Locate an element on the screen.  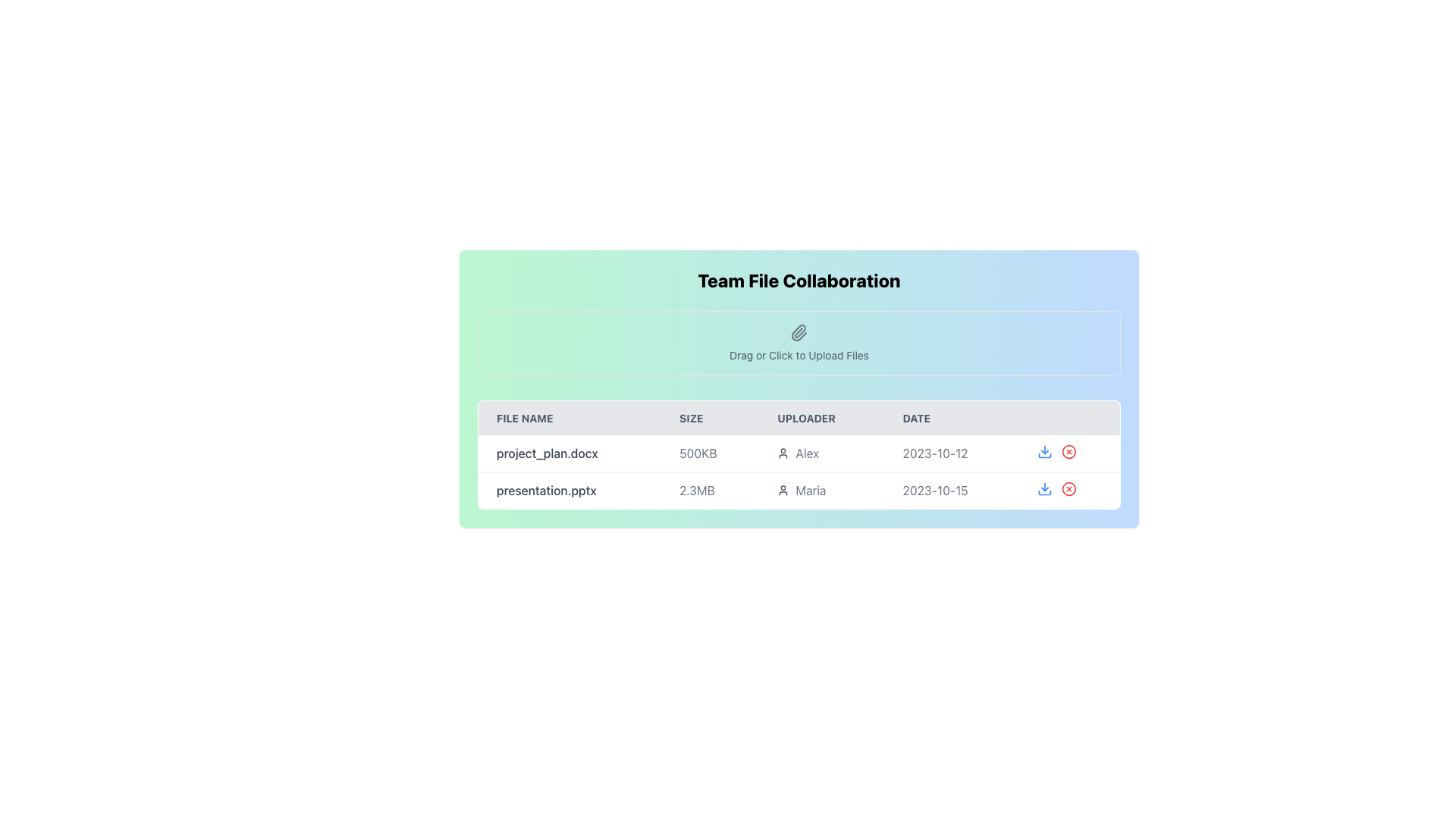
the delete button in the second row of the file management table is located at coordinates (1068, 451).